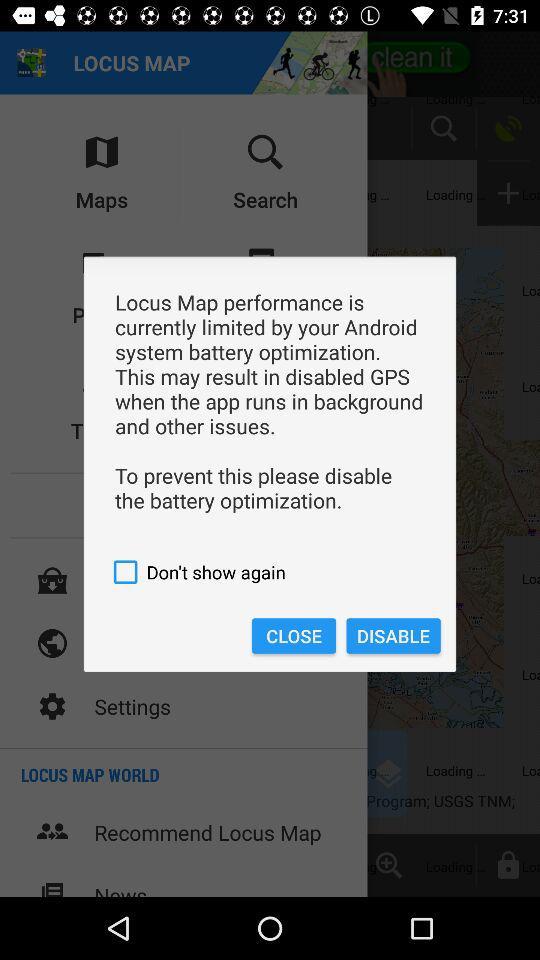 The image size is (540, 960). Describe the element at coordinates (393, 635) in the screenshot. I see `the disable` at that location.